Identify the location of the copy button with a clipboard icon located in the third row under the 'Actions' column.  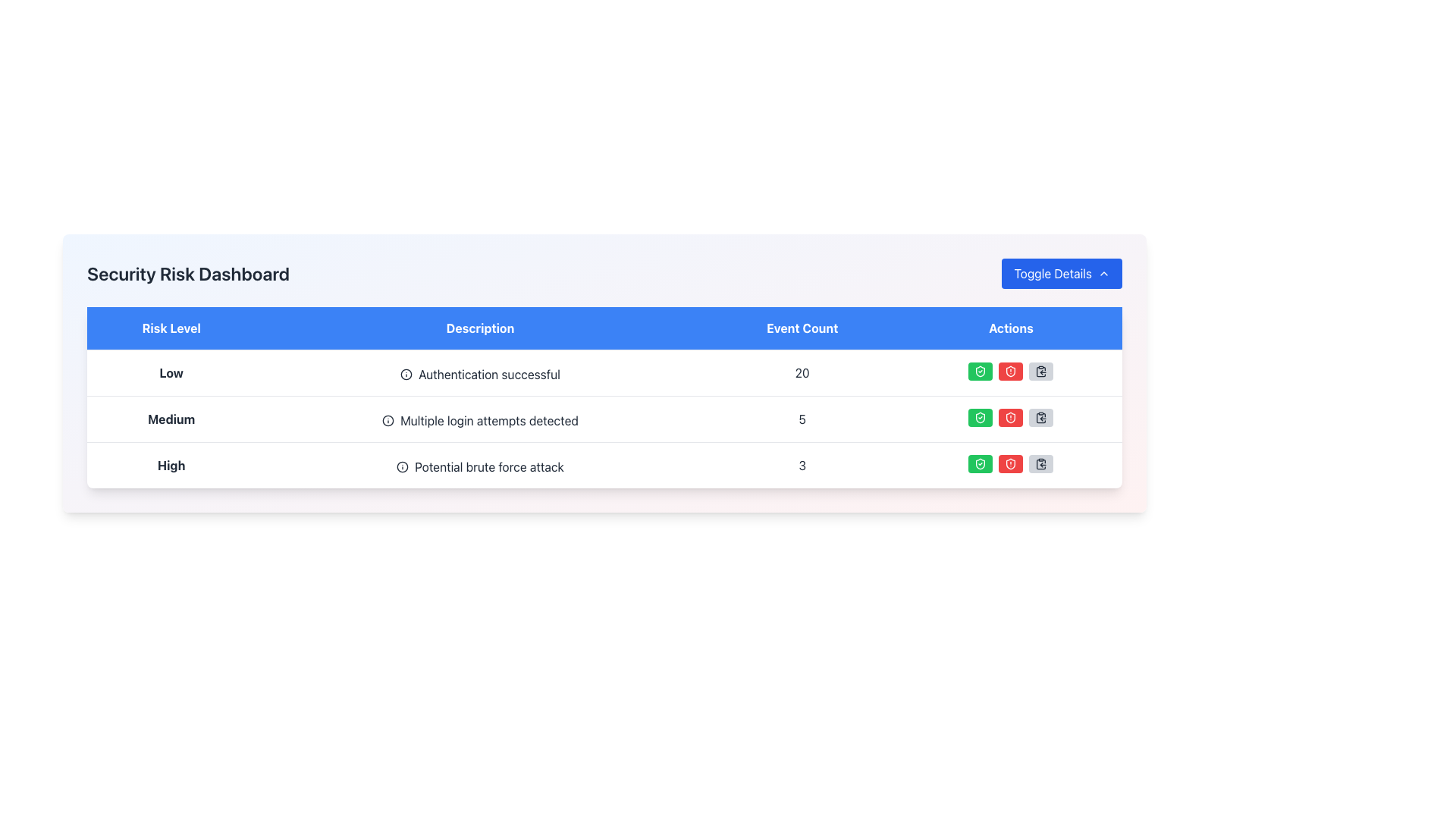
(1040, 418).